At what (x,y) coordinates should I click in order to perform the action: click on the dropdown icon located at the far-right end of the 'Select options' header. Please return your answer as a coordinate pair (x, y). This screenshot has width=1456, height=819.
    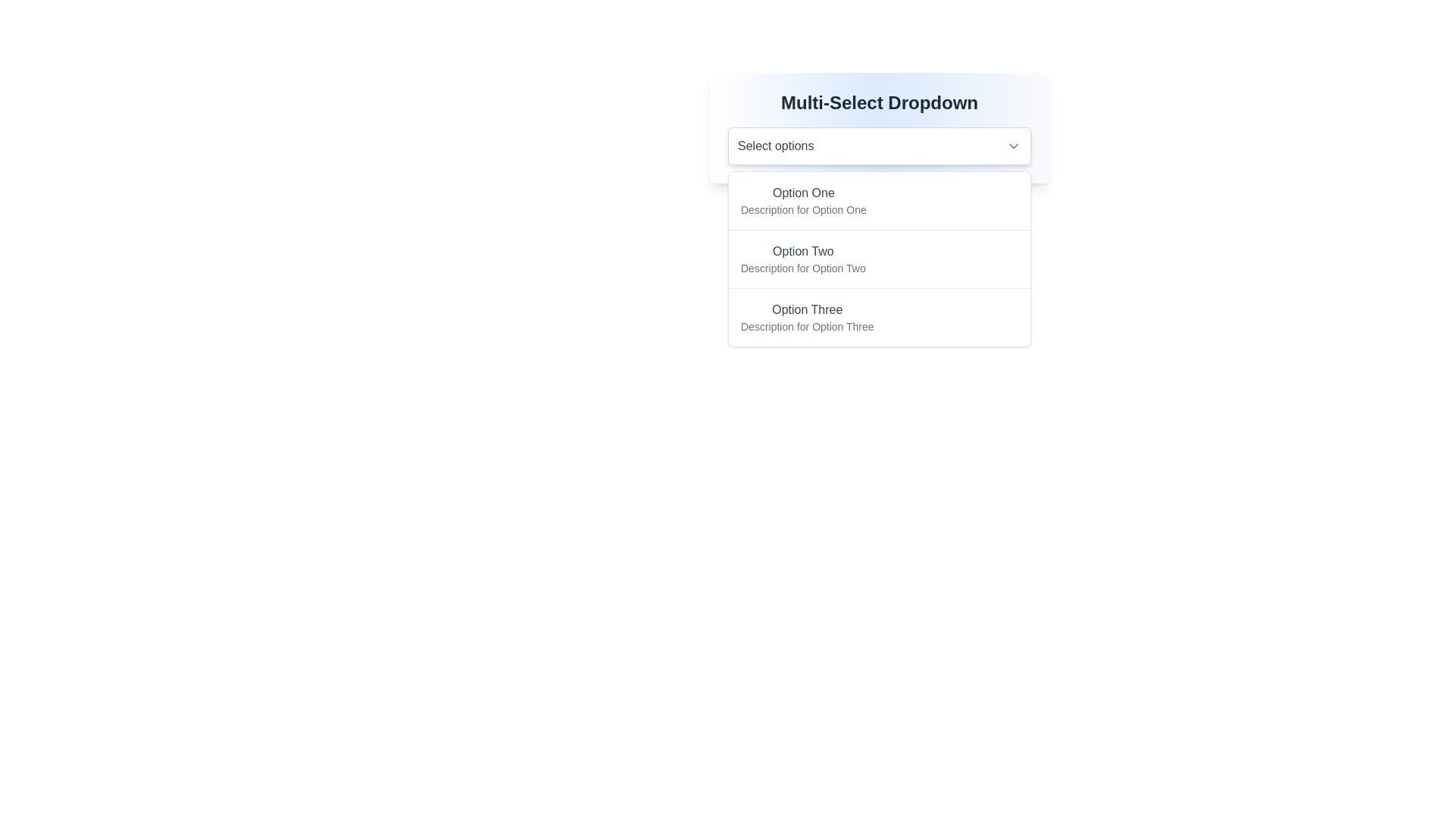
    Looking at the image, I should click on (1014, 146).